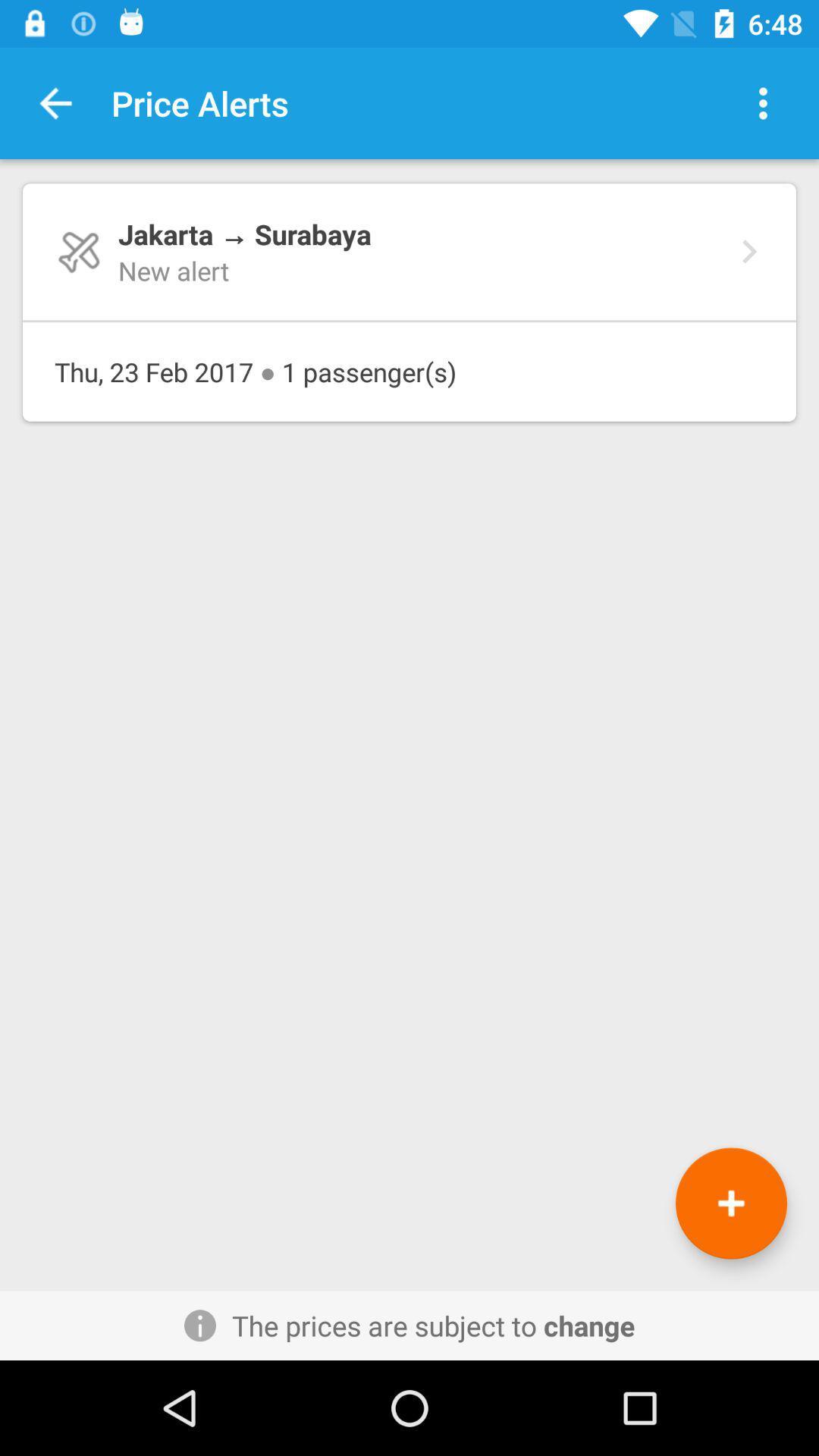 The width and height of the screenshot is (819, 1456). Describe the element at coordinates (730, 1203) in the screenshot. I see `the add icon` at that location.